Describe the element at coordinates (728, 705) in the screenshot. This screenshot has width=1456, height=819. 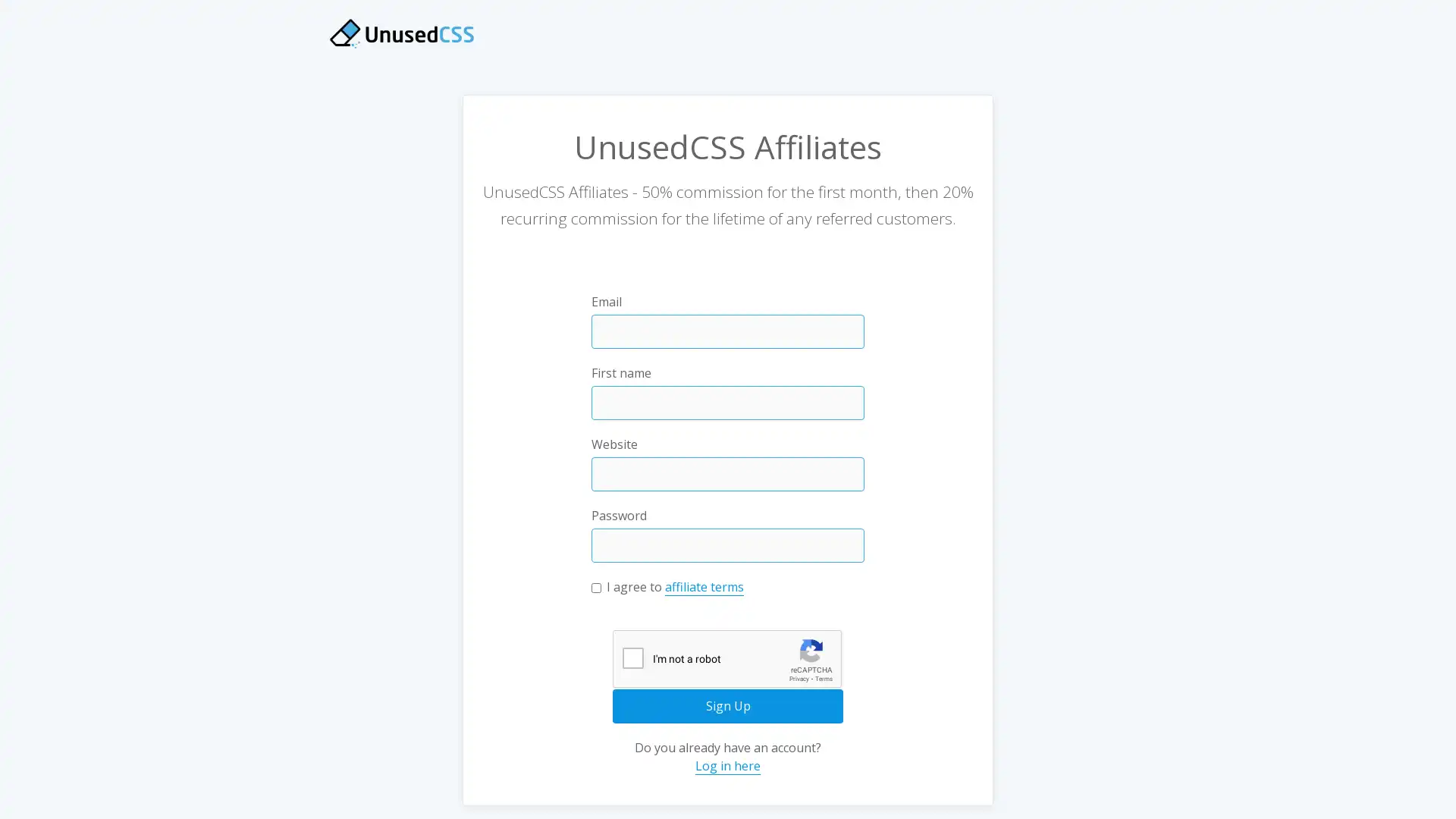
I see `Sign Up` at that location.